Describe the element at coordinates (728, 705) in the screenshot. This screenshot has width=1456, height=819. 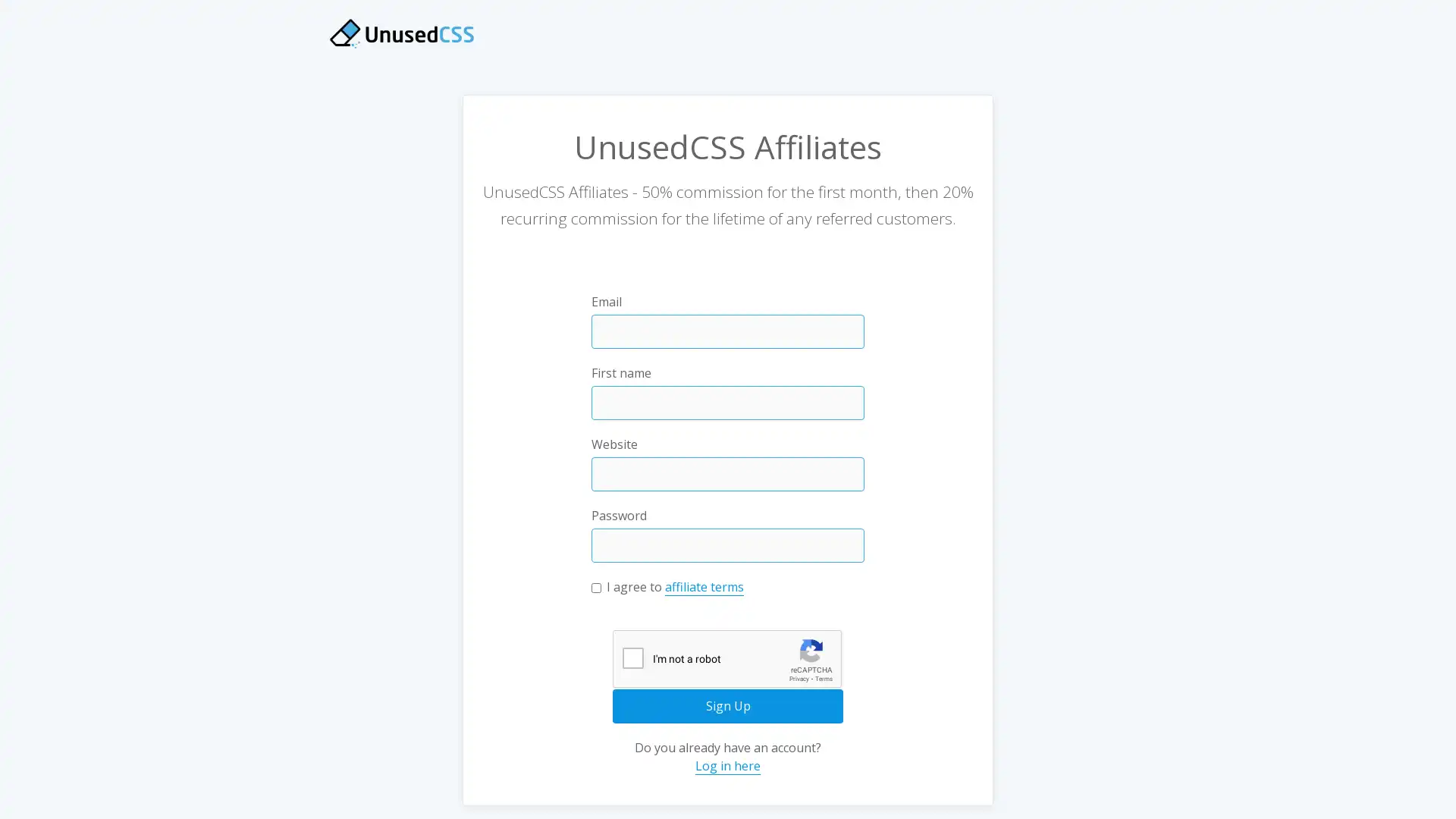
I see `Sign Up` at that location.